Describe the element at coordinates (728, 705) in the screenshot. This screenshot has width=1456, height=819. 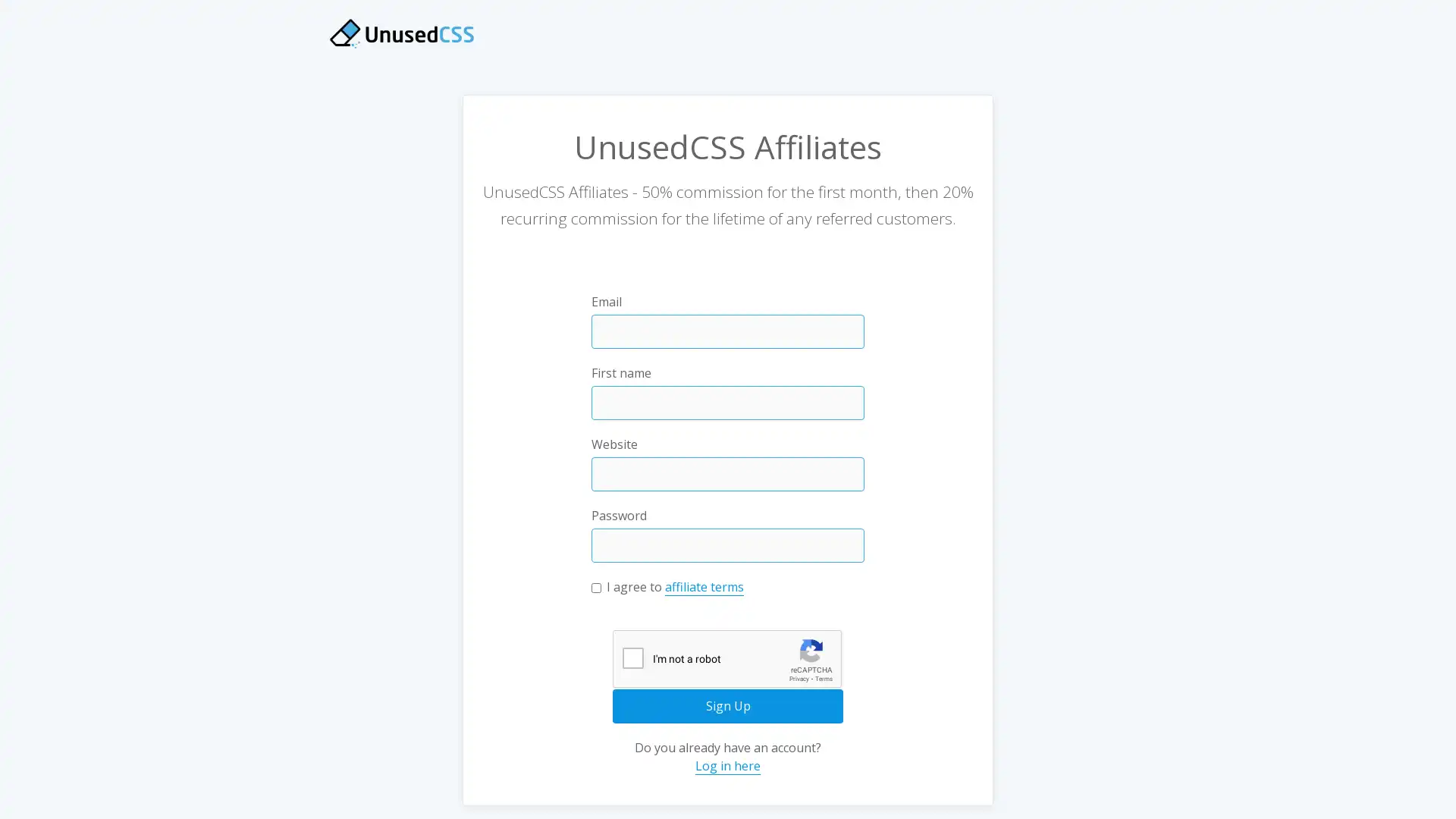
I see `Sign Up` at that location.